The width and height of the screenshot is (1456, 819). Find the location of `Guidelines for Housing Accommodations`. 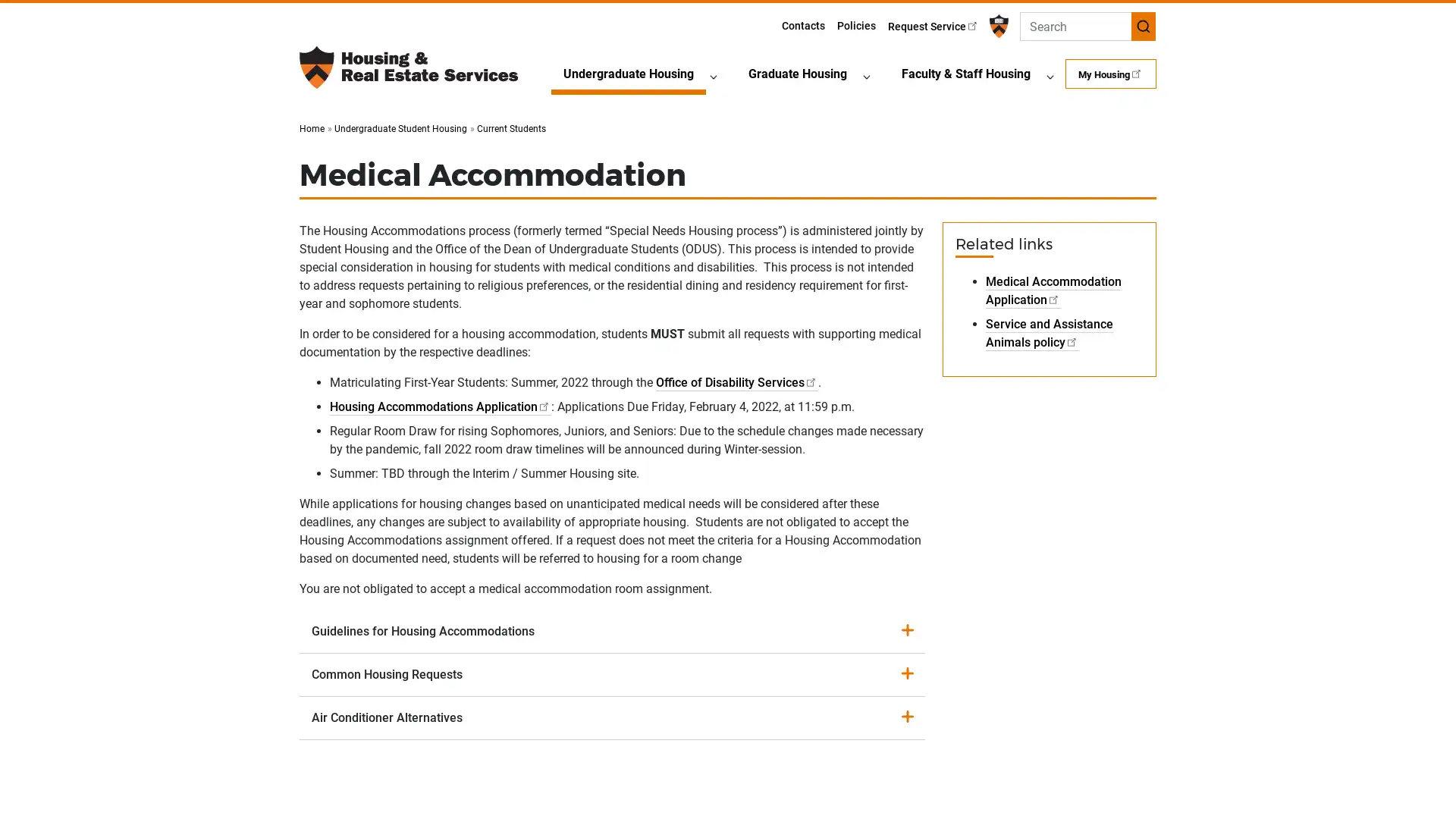

Guidelines for Housing Accommodations is located at coordinates (611, 632).